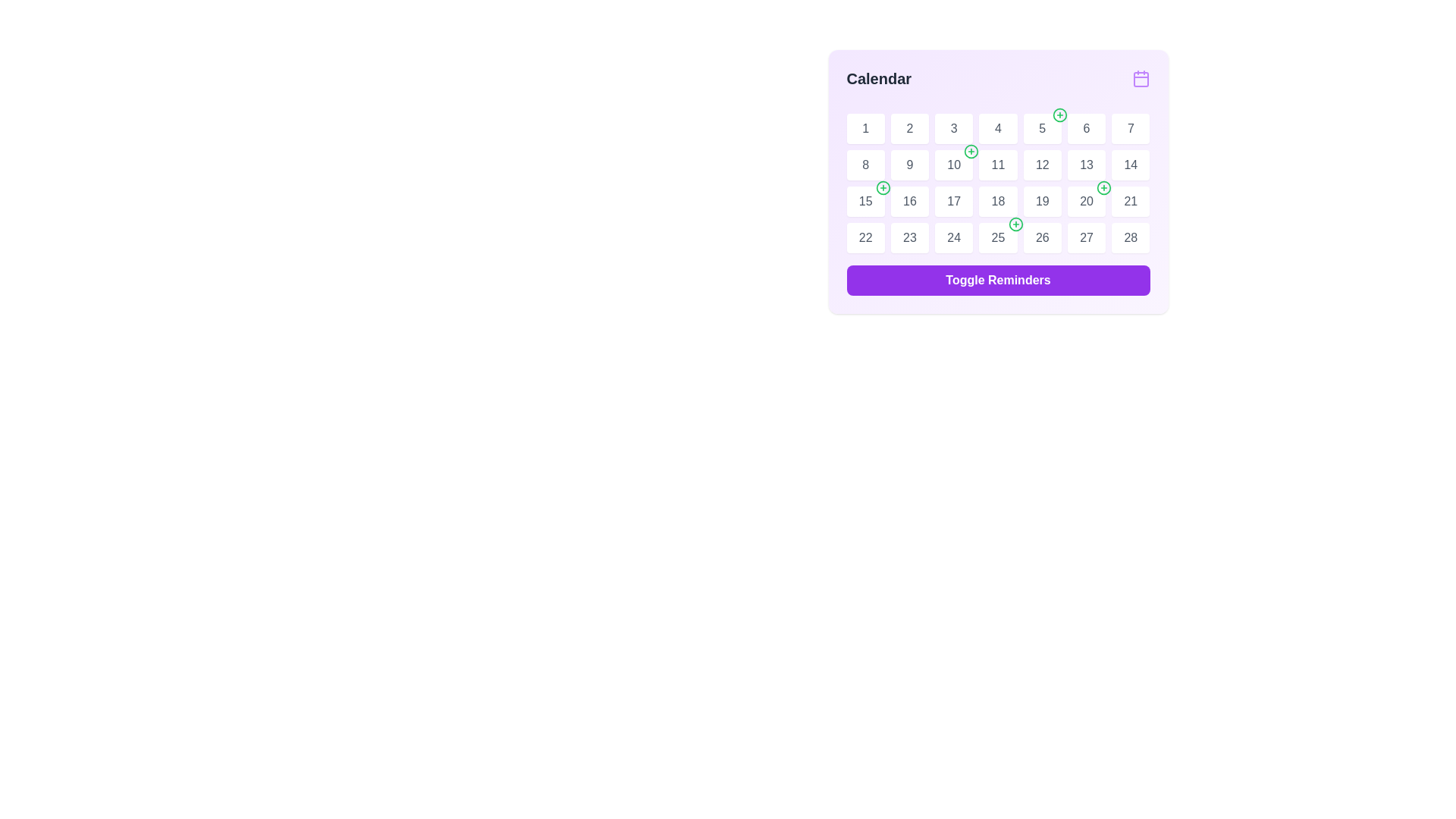  Describe the element at coordinates (910, 201) in the screenshot. I see `the static text display showing the number '16' in a gray font, located in the 3rd row and 2nd column of the calendar grid` at that location.